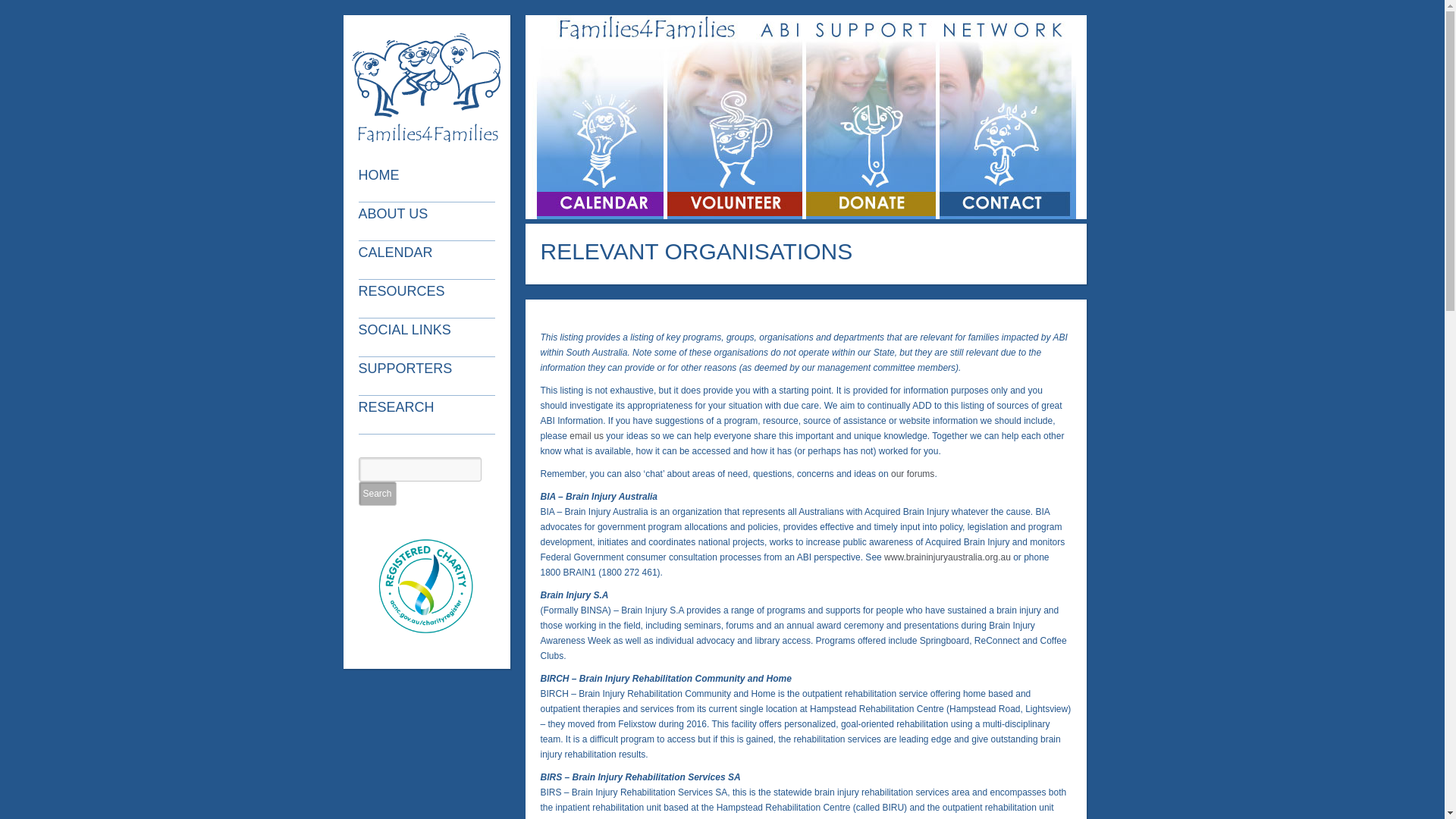 The image size is (1456, 819). Describe the element at coordinates (428, 336) in the screenshot. I see `'SOCIAL LINKS'` at that location.